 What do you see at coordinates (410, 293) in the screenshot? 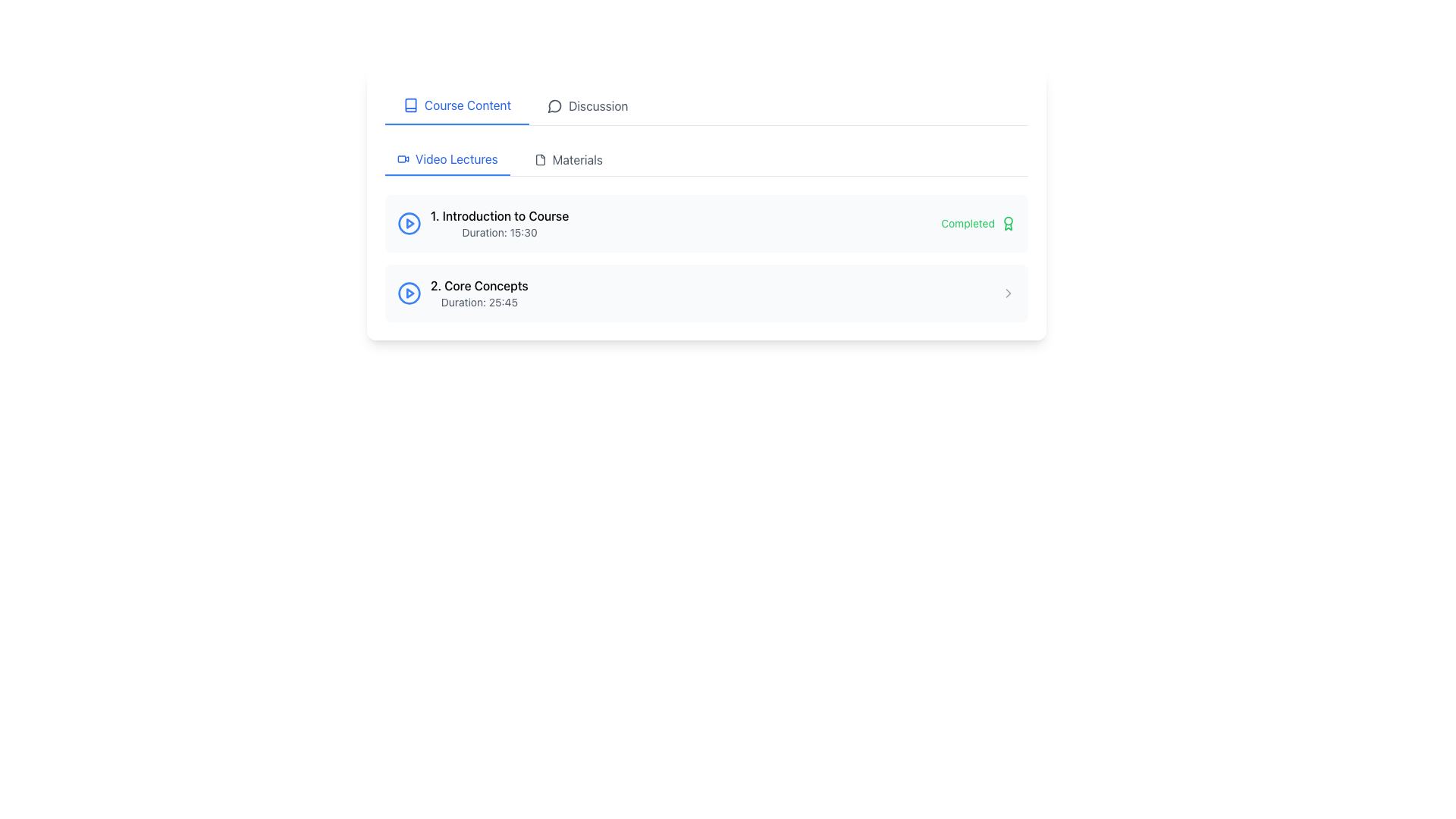
I see `the triangular play button located at the center of its circular icon to initiate playback or action` at bounding box center [410, 293].